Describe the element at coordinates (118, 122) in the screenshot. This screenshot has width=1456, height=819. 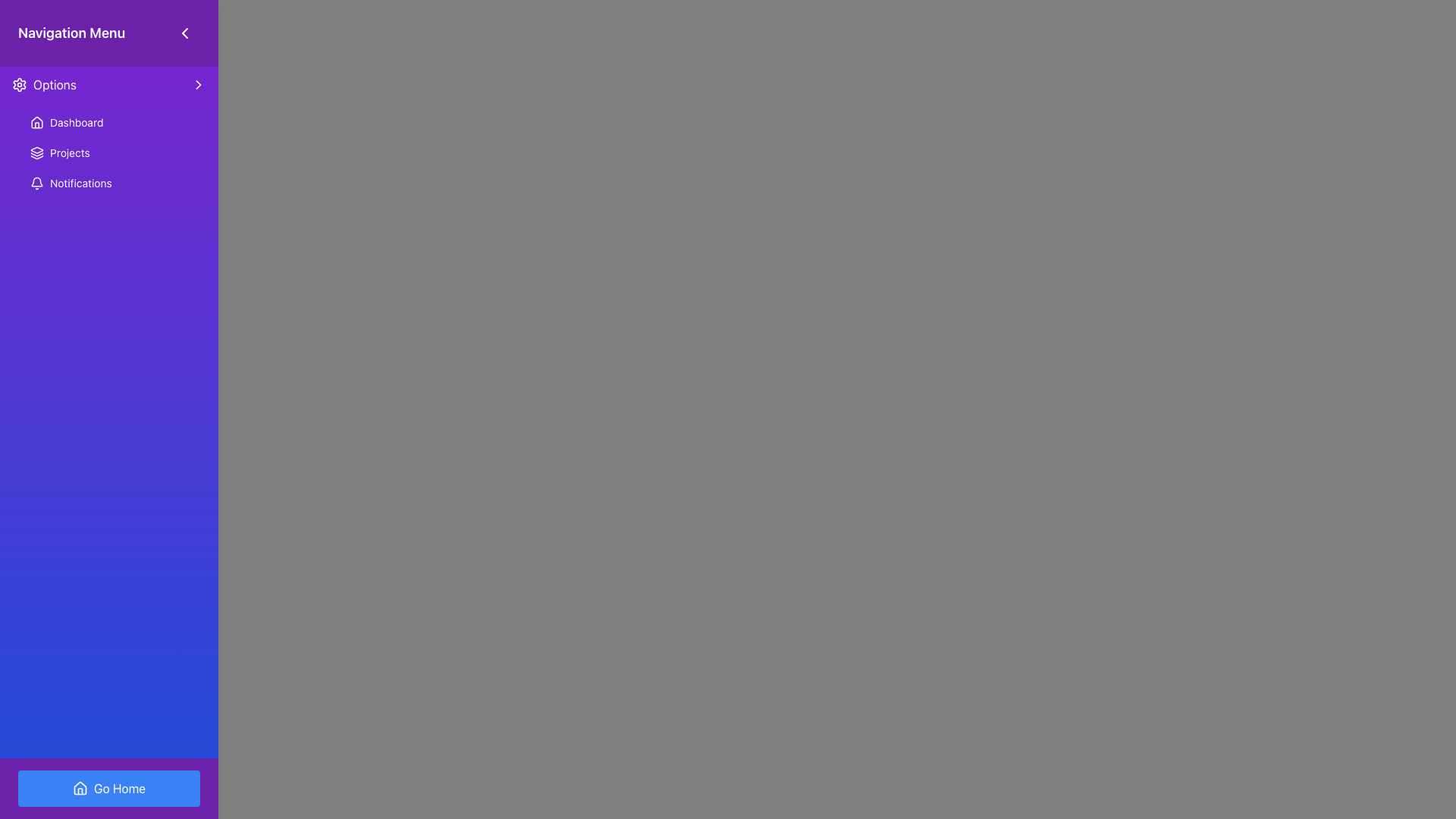
I see `the 'Dashboard' navigation link in the left-side menu` at that location.